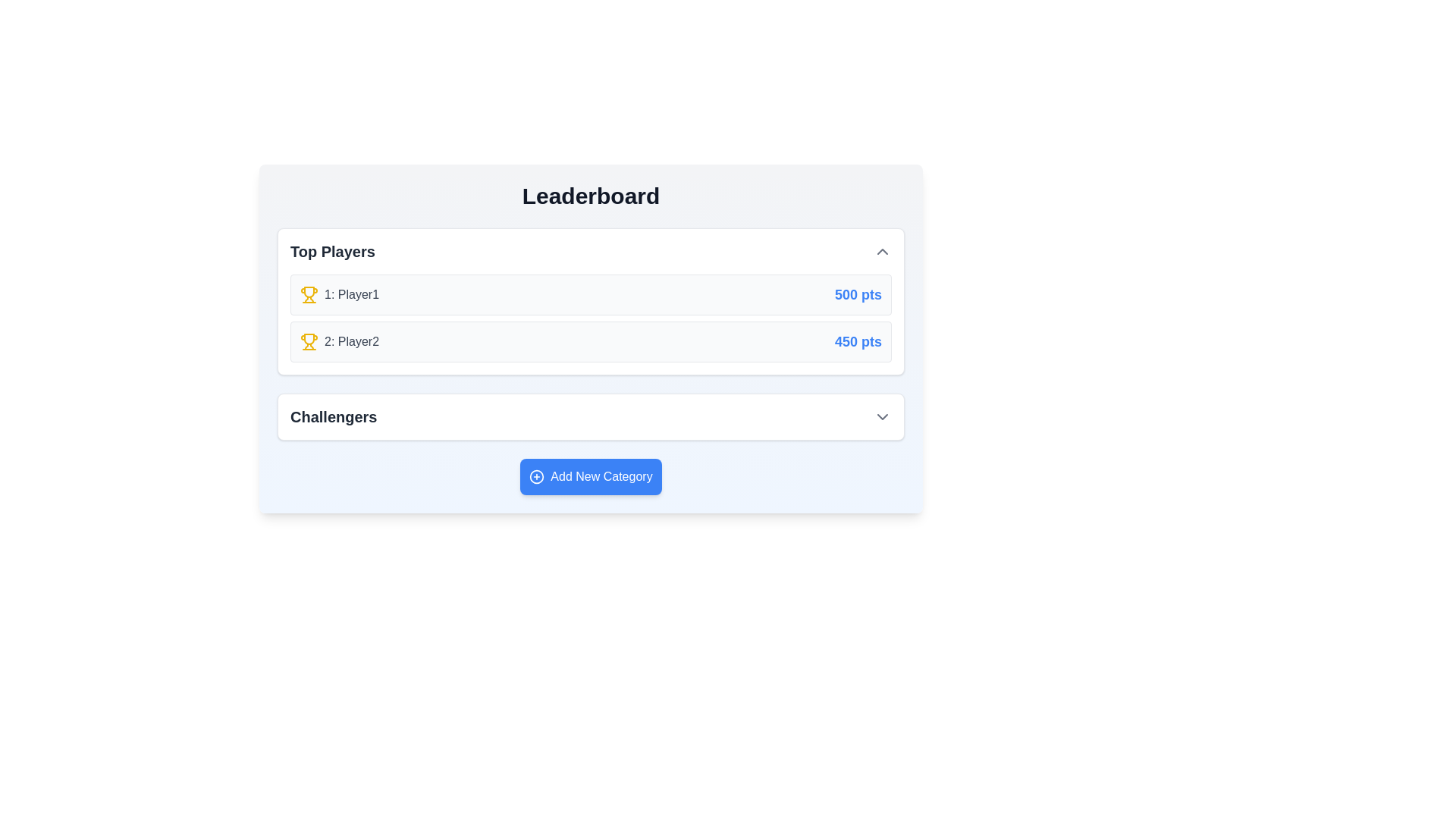 Image resolution: width=1456 pixels, height=819 pixels. What do you see at coordinates (537, 475) in the screenshot?
I see `the circular outline of the 'Add New Category' button, which signifies interactivity and encapsulates the '+' sign for creating new entries` at bounding box center [537, 475].